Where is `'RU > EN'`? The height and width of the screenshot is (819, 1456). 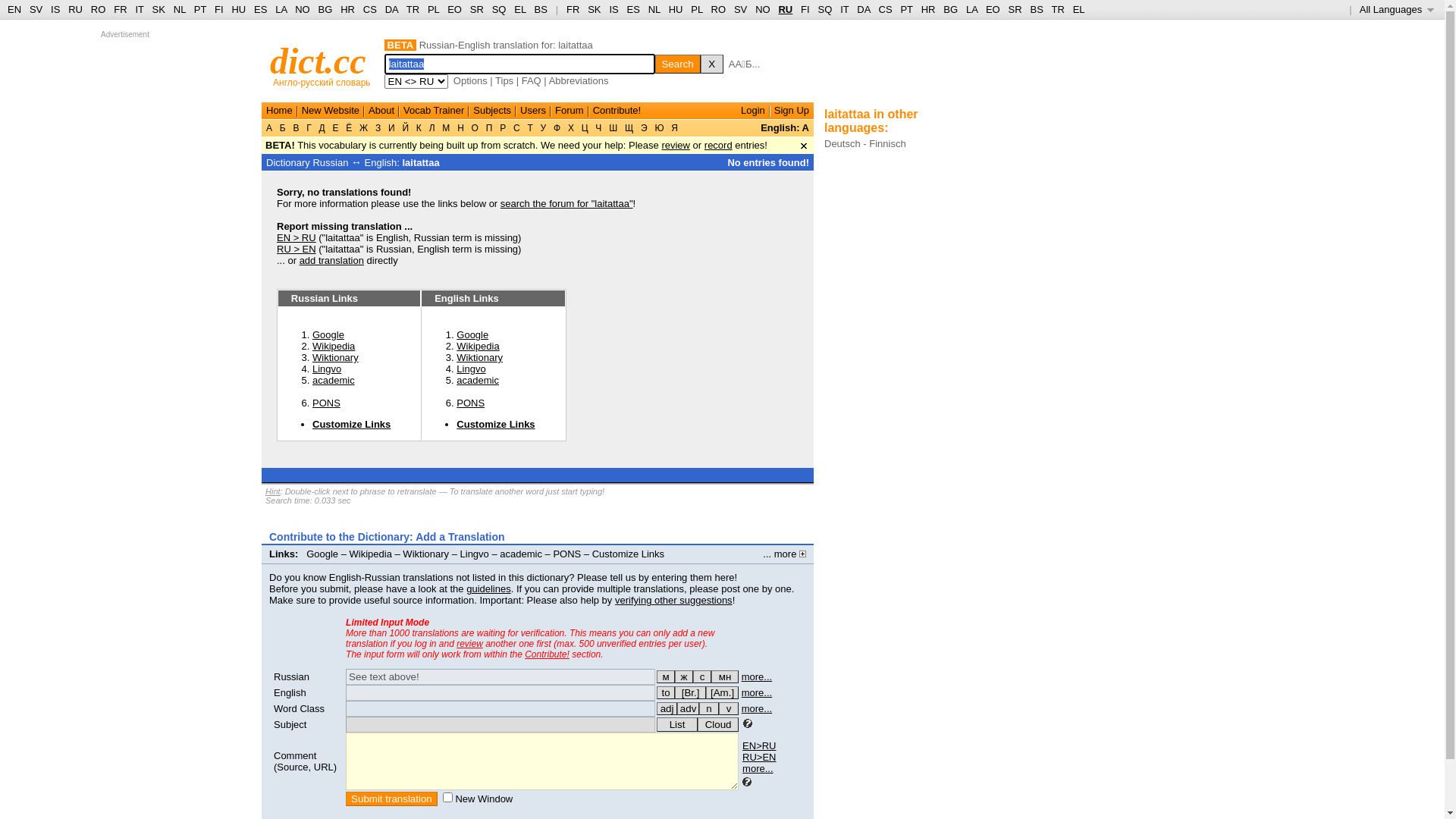 'RU > EN' is located at coordinates (276, 248).